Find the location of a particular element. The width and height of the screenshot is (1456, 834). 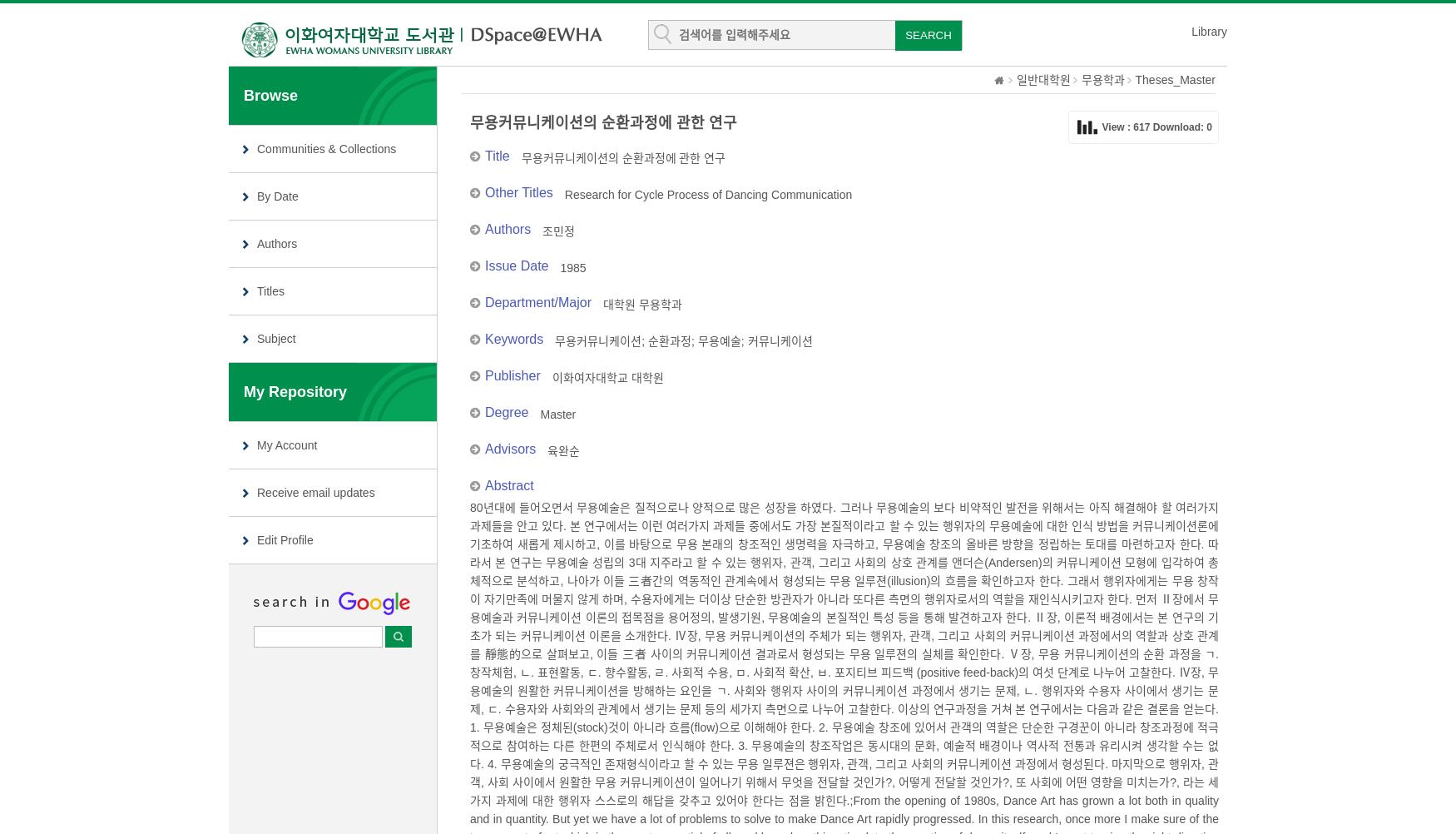

'Advisors' is located at coordinates (510, 449).